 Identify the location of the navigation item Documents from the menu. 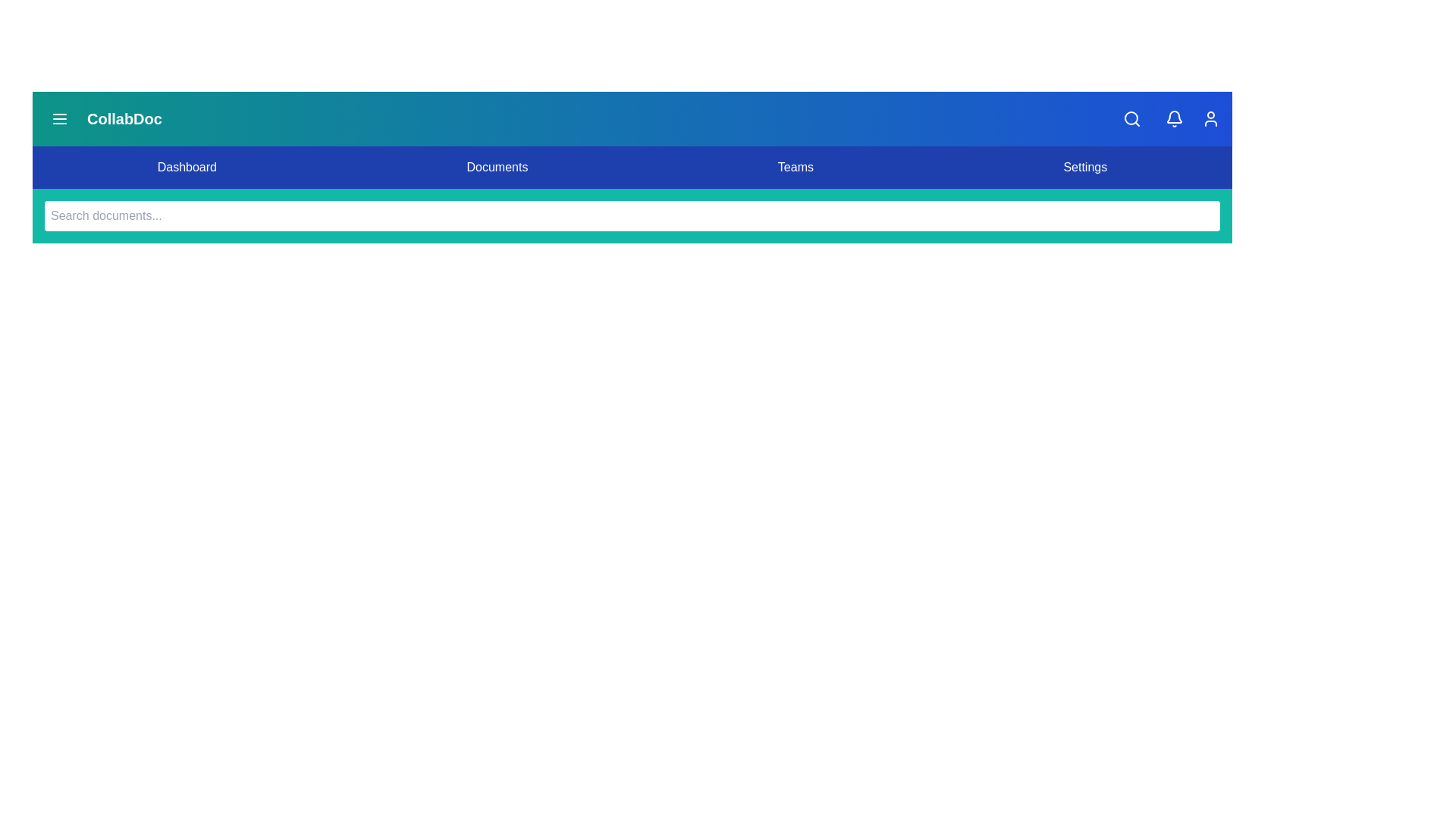
(497, 167).